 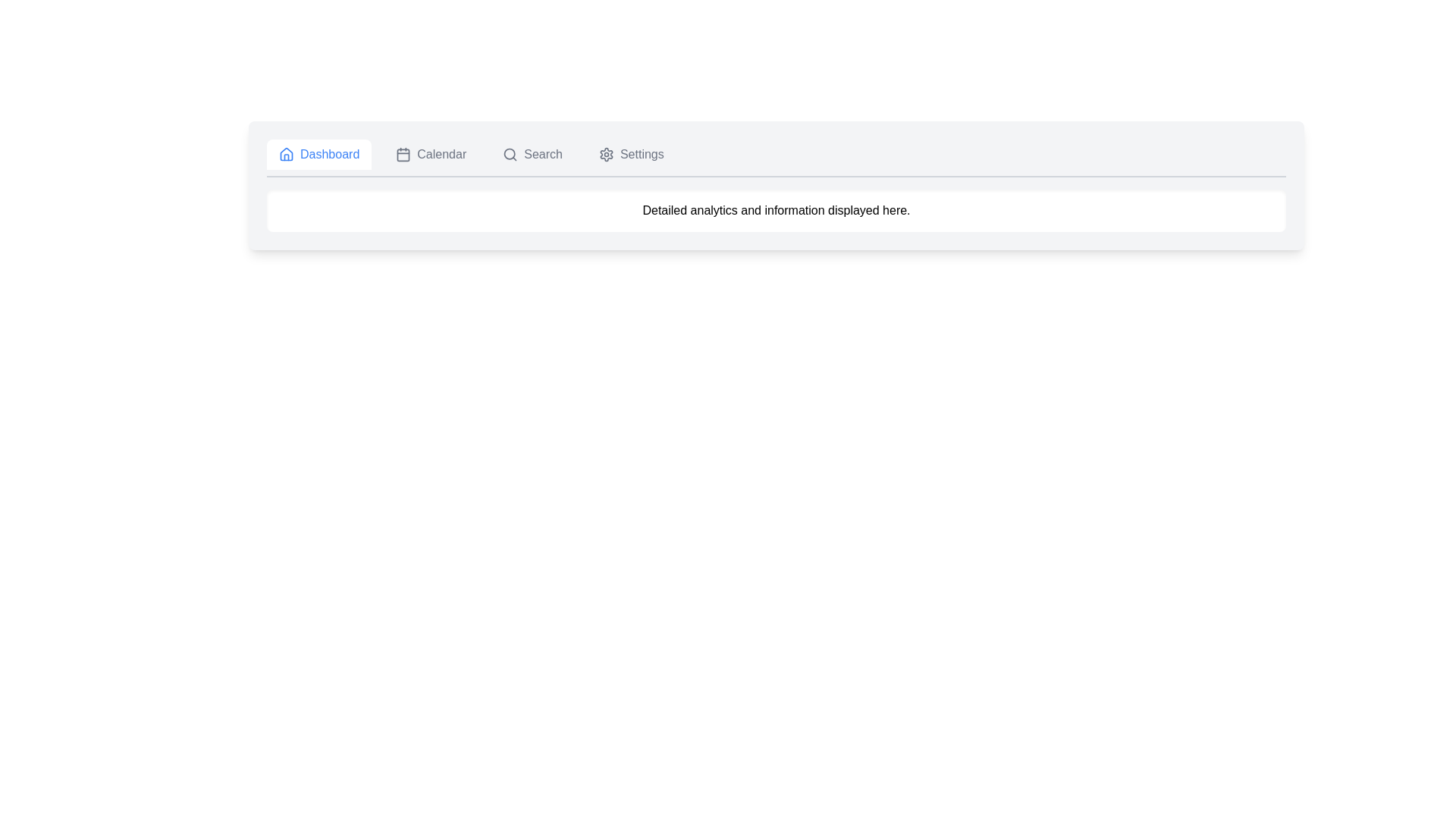 What do you see at coordinates (642, 155) in the screenshot?
I see `the text label representing a link` at bounding box center [642, 155].